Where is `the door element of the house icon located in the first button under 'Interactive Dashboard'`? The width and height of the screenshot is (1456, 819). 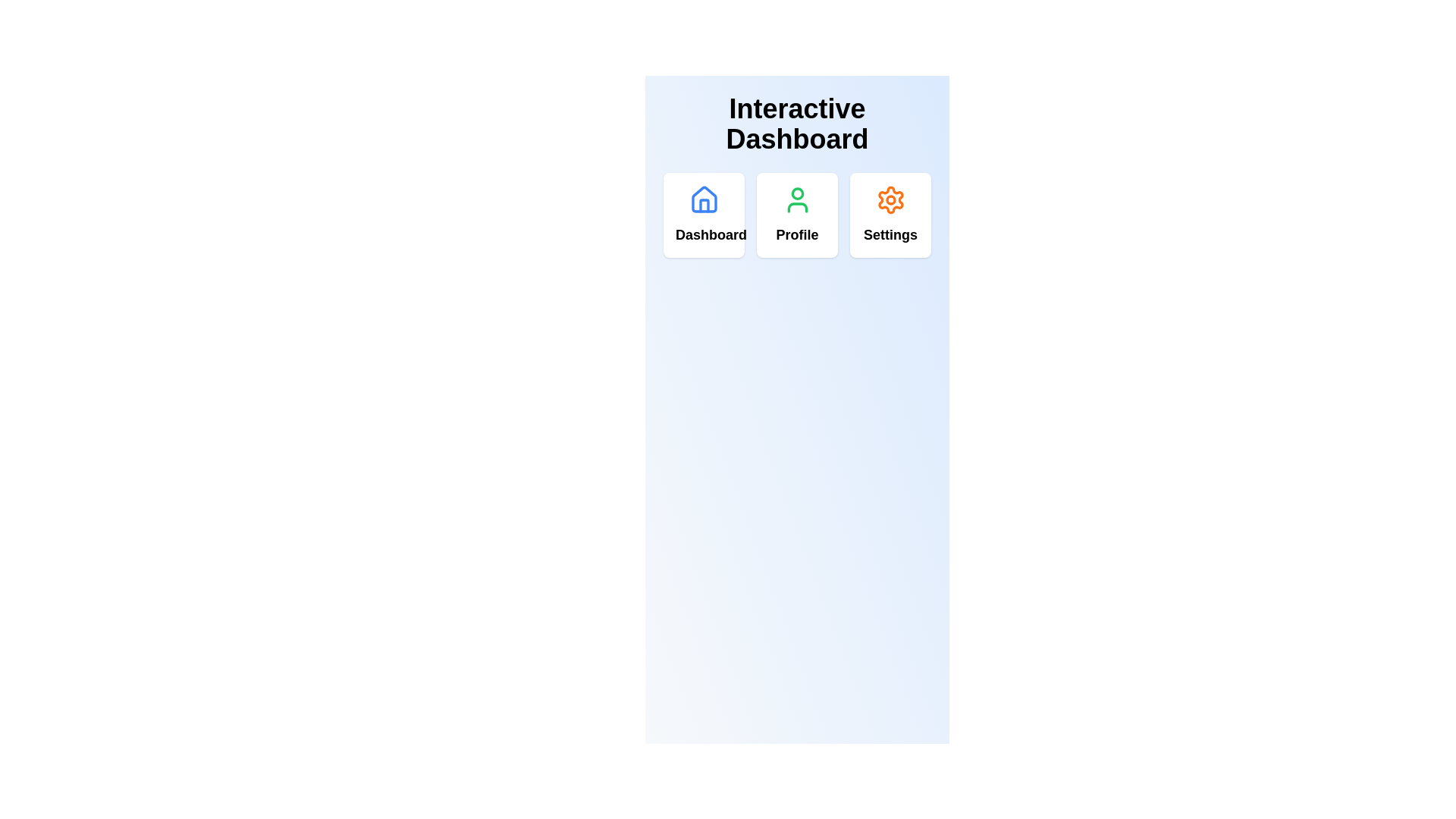
the door element of the house icon located in the first button under 'Interactive Dashboard' is located at coordinates (703, 206).